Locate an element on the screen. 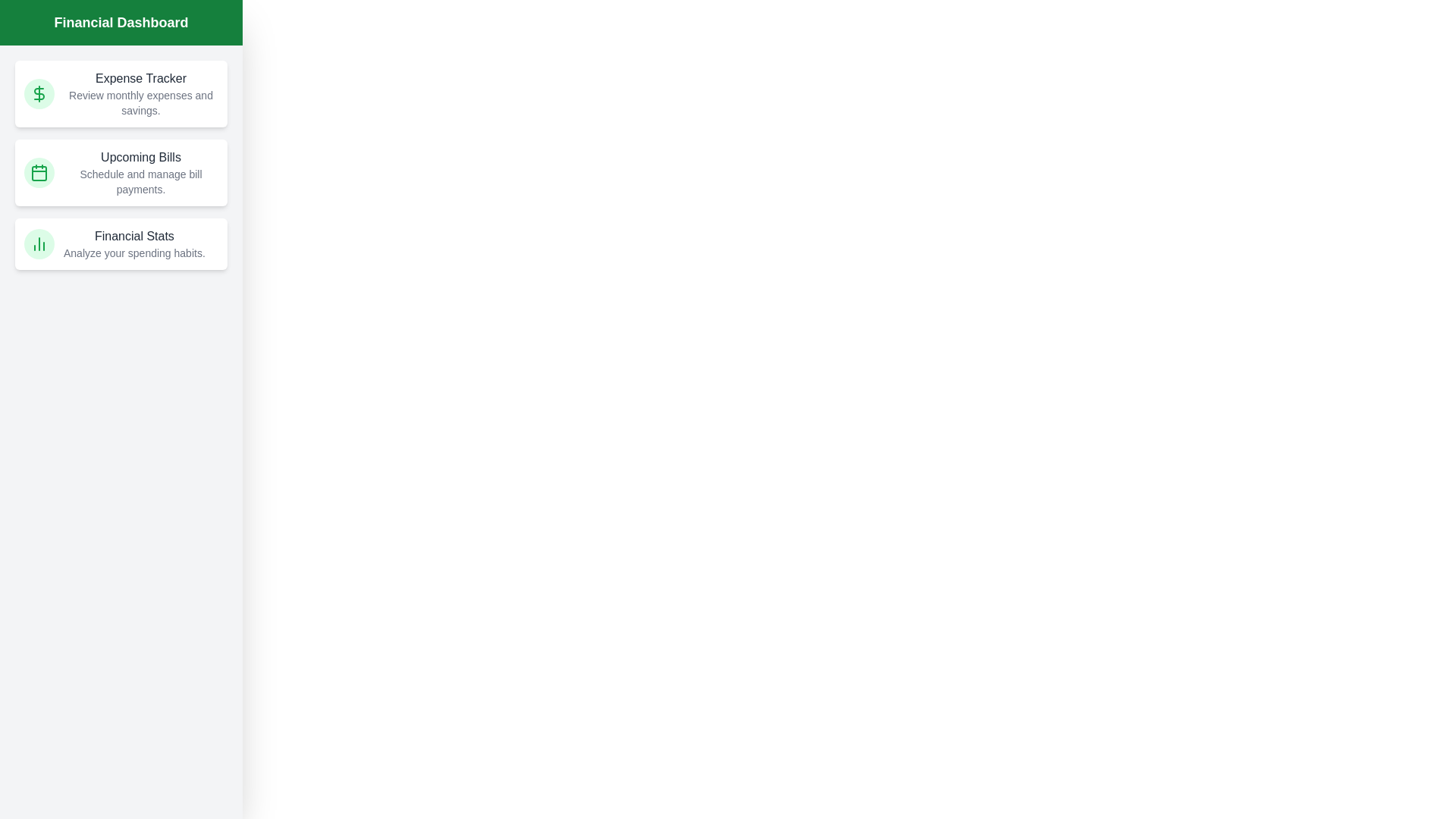 The image size is (1456, 819). the item labeled Financial Stats is located at coordinates (120, 243).